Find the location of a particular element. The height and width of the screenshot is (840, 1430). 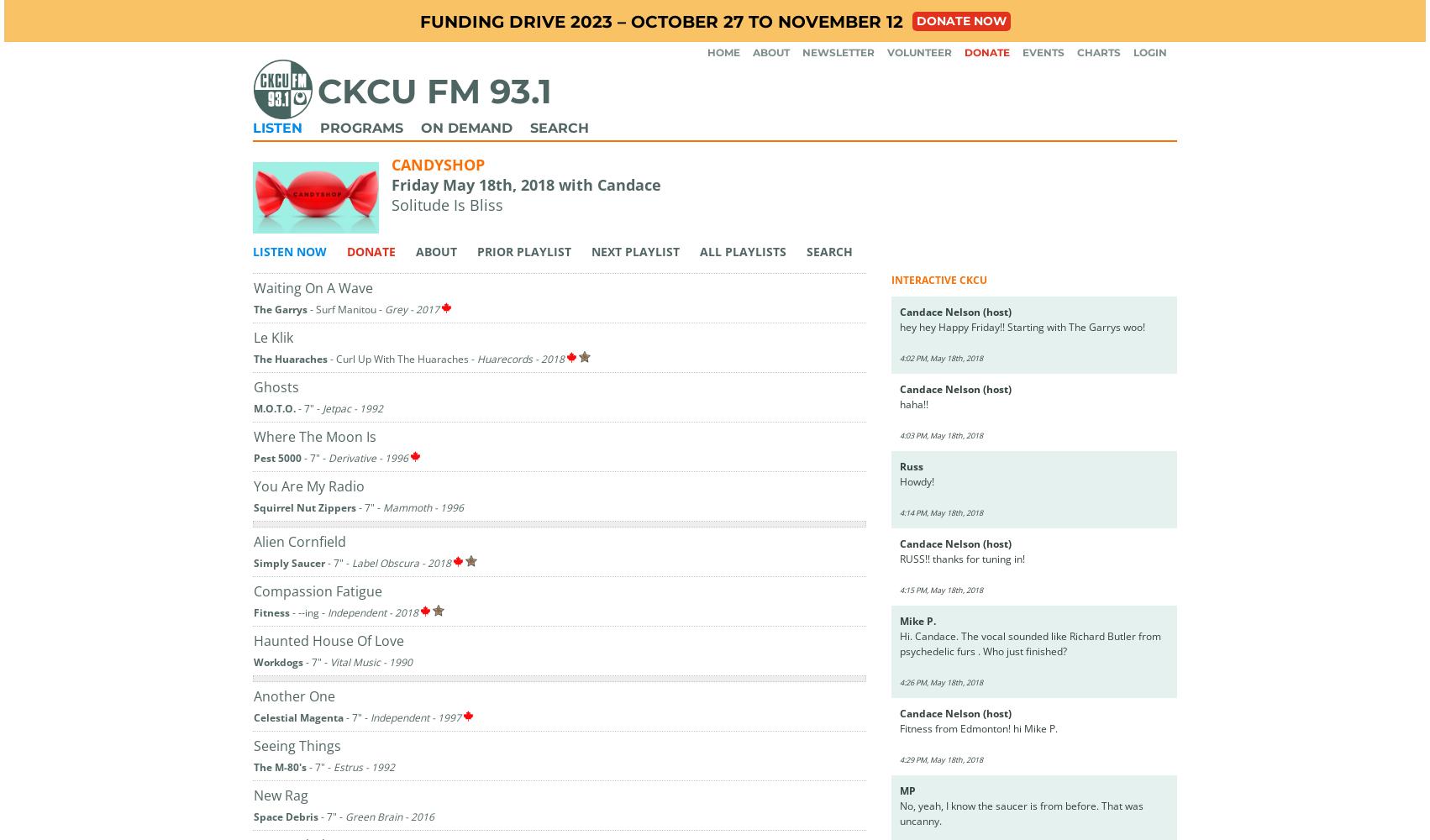

'Squirrel Nut Zippers' is located at coordinates (305, 506).